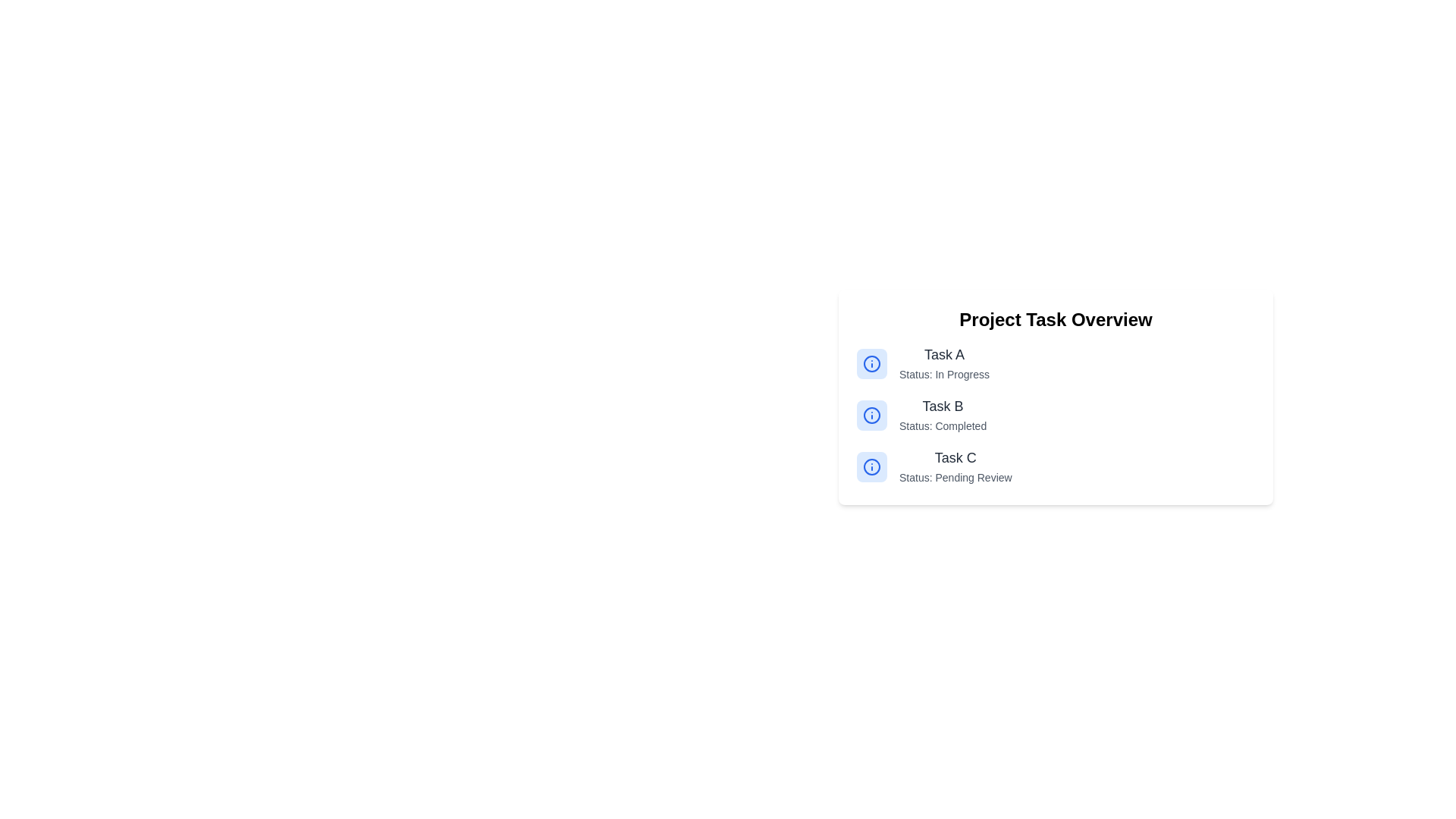  Describe the element at coordinates (872, 415) in the screenshot. I see `the information tooltip icon representing 'Task B', which is positioned to the left of the text 'Task B' and 'Status: Completed'` at that location.